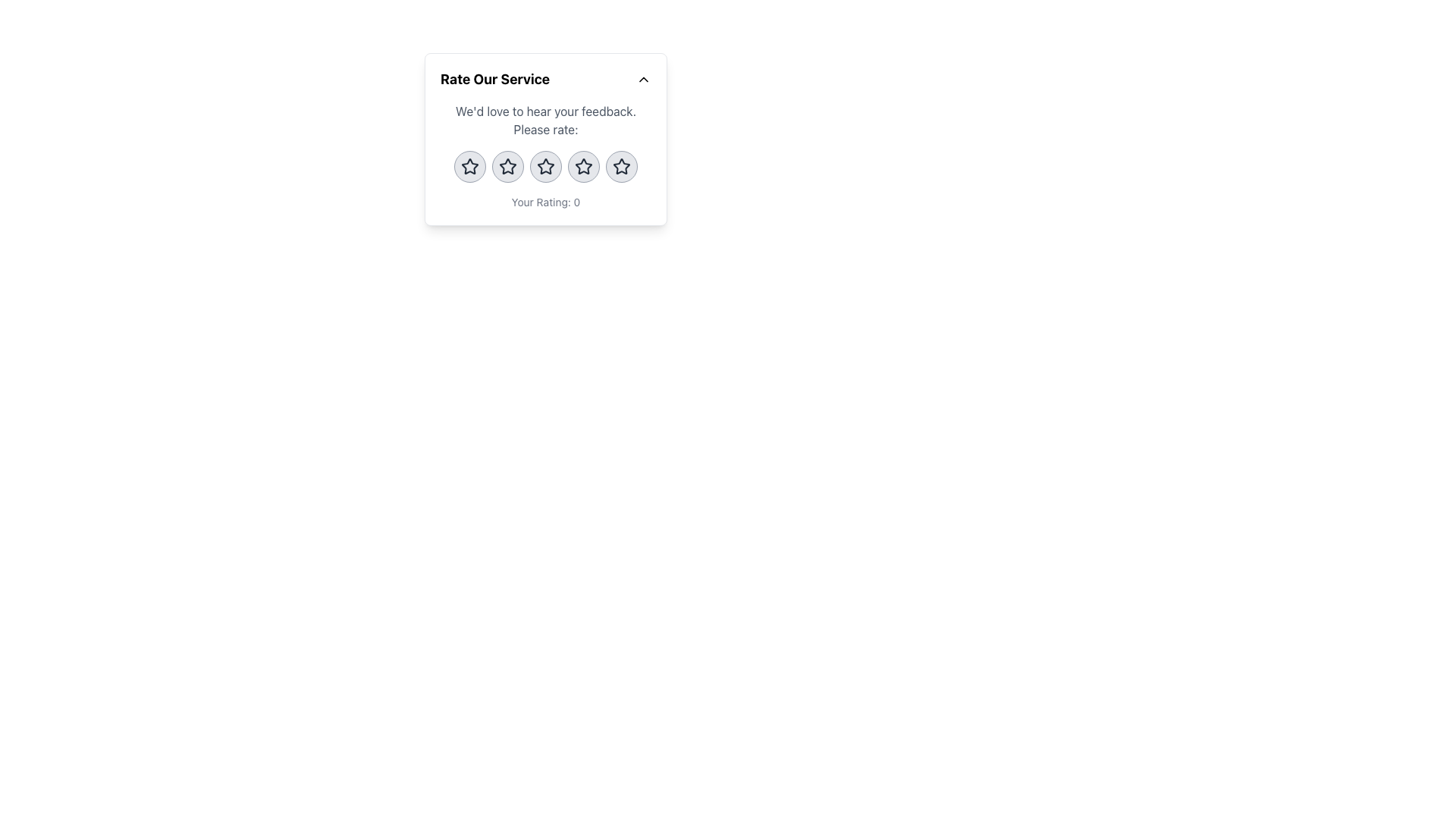 This screenshot has width=1456, height=819. What do you see at coordinates (508, 166) in the screenshot?
I see `the second circular button in the row of five, which has a light gray background and contains a dark gray star icon` at bounding box center [508, 166].